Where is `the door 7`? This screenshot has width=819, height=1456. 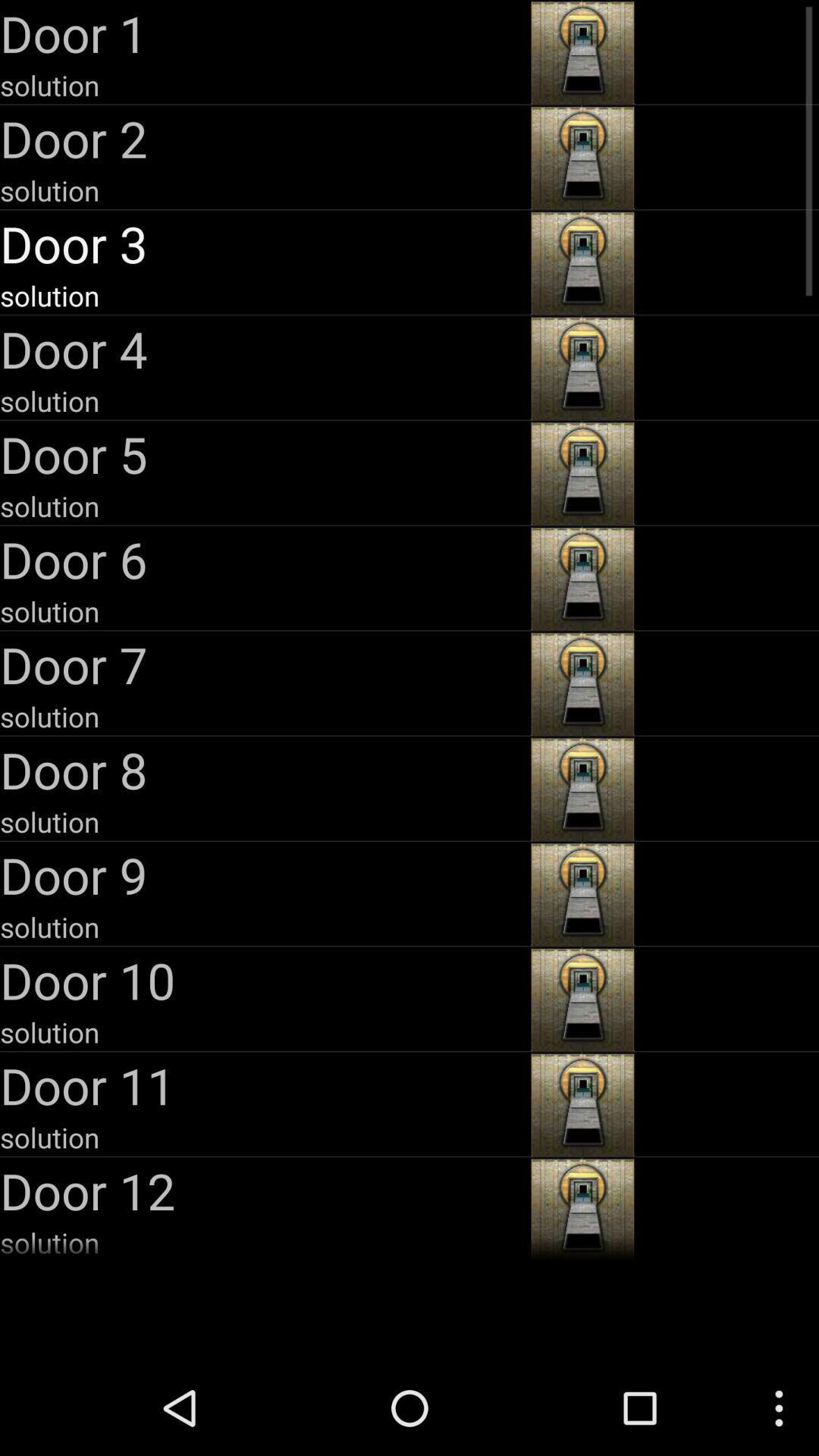
the door 7 is located at coordinates (262, 664).